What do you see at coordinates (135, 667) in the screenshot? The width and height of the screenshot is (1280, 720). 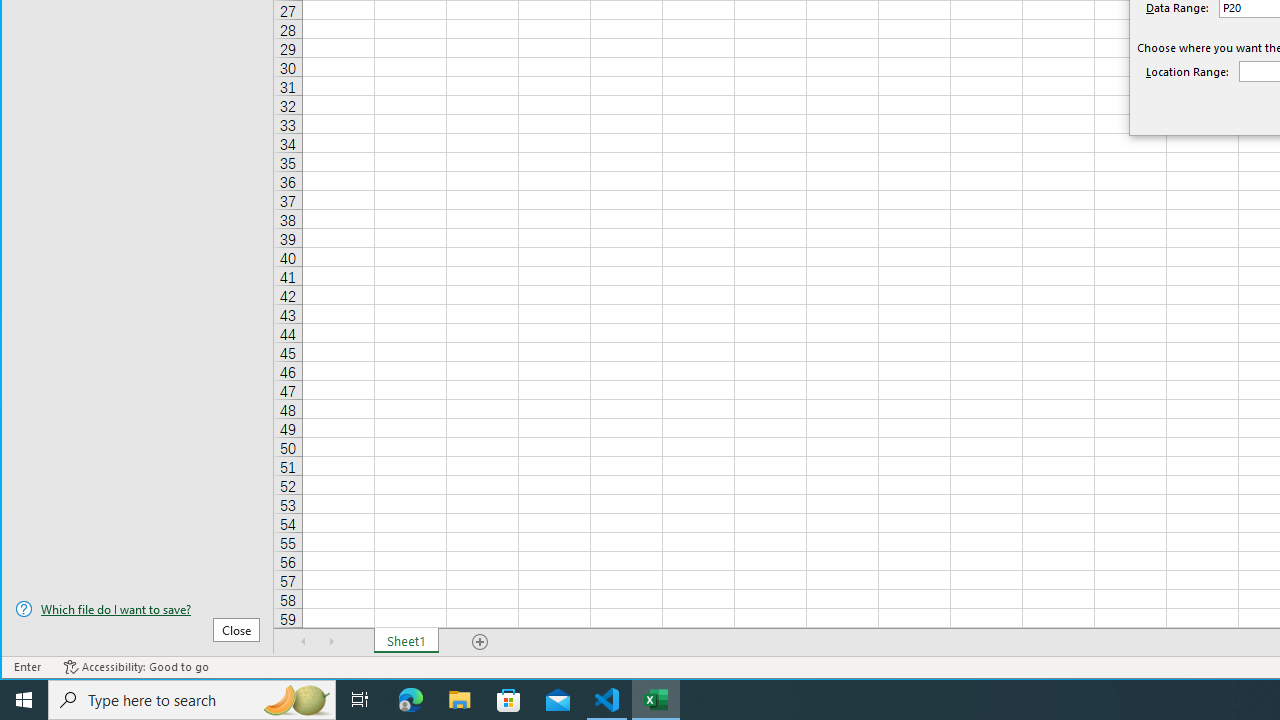 I see `'Accessibility Checker Accessibility: Good to go'` at bounding box center [135, 667].